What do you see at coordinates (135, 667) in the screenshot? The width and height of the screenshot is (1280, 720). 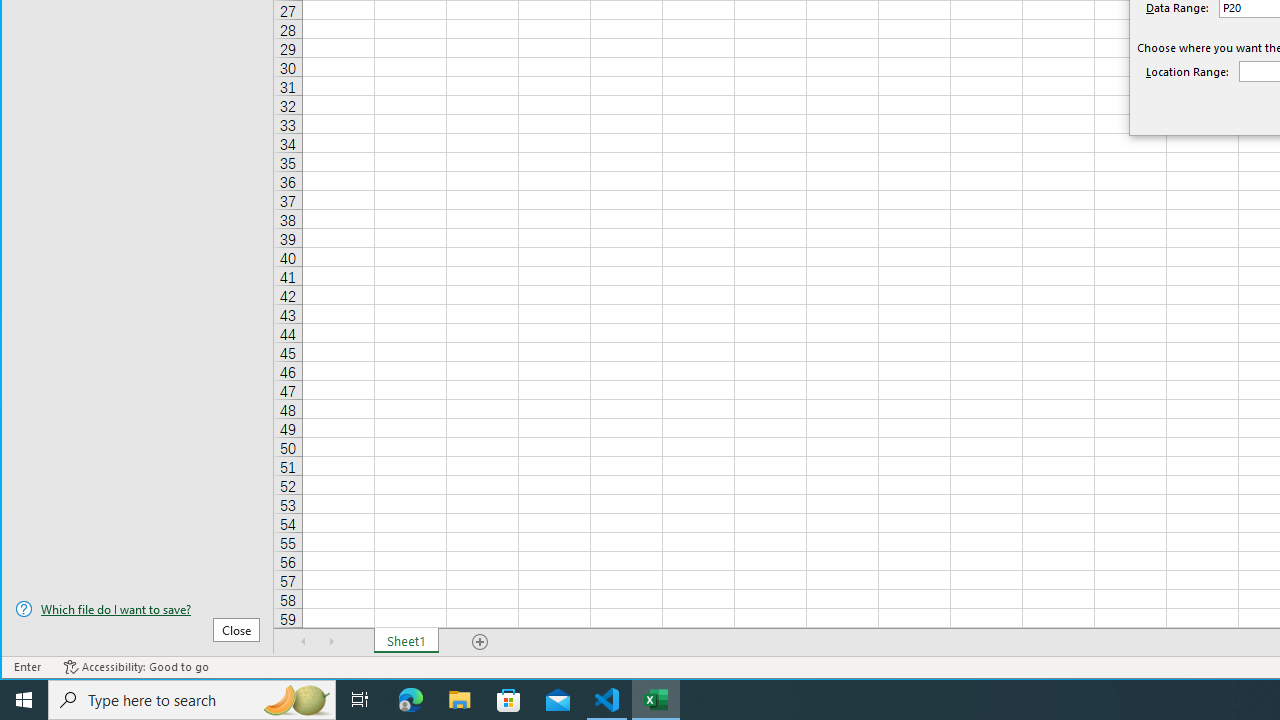 I see `'Accessibility Checker Accessibility: Good to go'` at bounding box center [135, 667].